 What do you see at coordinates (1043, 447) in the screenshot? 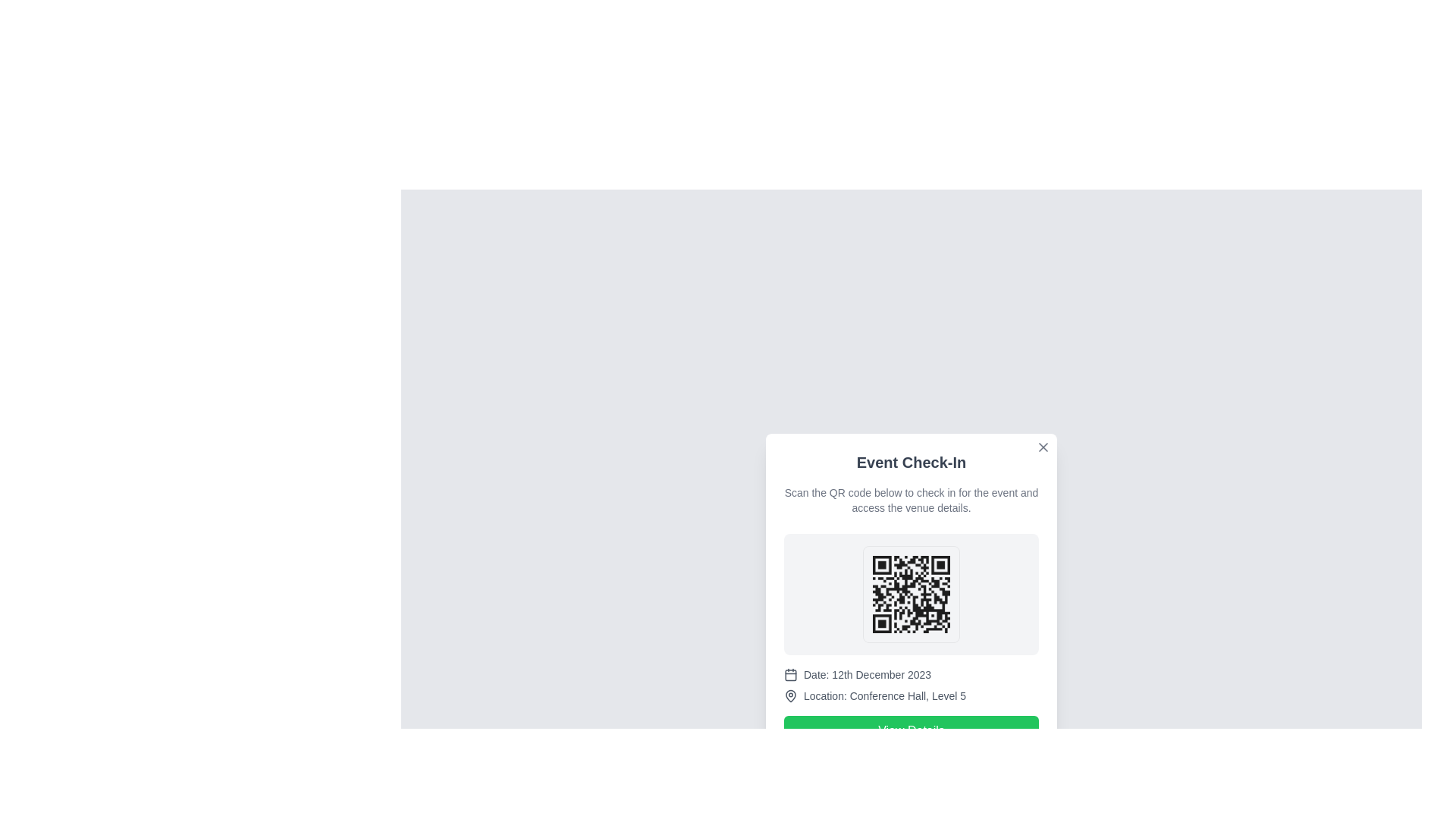
I see `the 'X' shaped close button in the top-right corner of the modal window containing event details, which is outlined in black and has no fill` at bounding box center [1043, 447].